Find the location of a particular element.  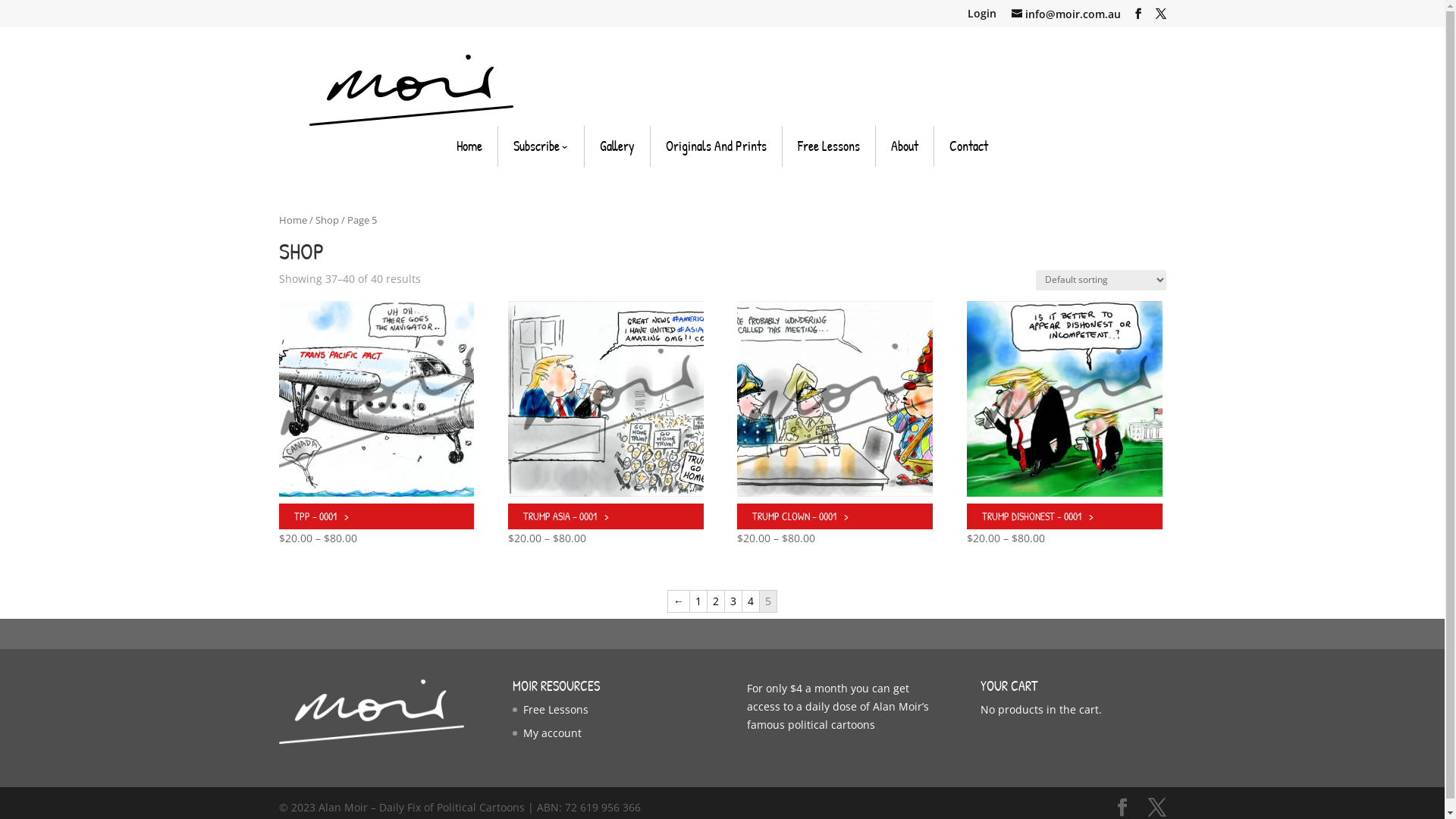

'About' is located at coordinates (905, 146).